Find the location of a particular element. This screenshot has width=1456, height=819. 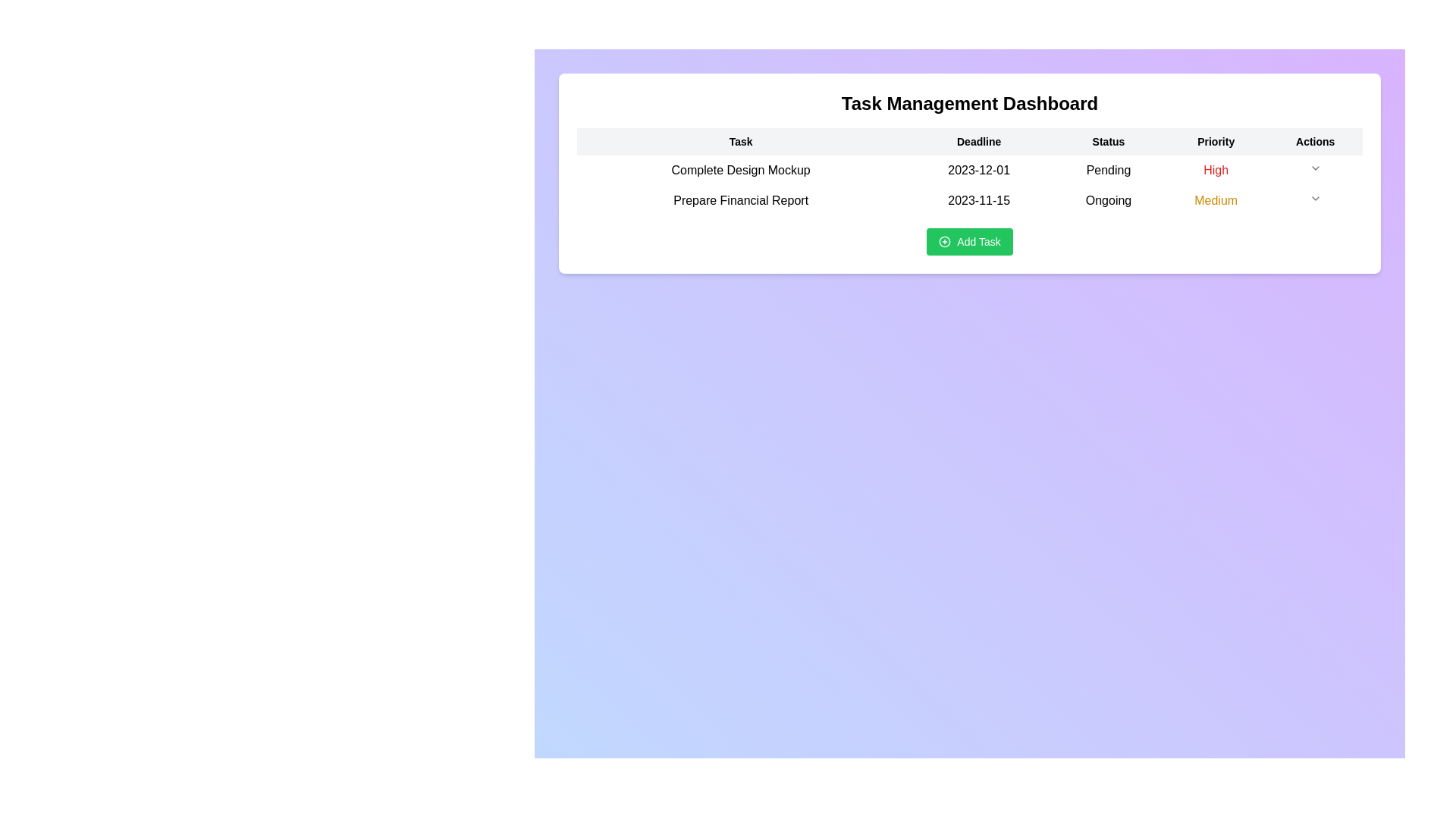

the green circular icon with a plus sign located to the left of the 'Add Task' text to invoke the 'Add Task' functionality is located at coordinates (944, 241).